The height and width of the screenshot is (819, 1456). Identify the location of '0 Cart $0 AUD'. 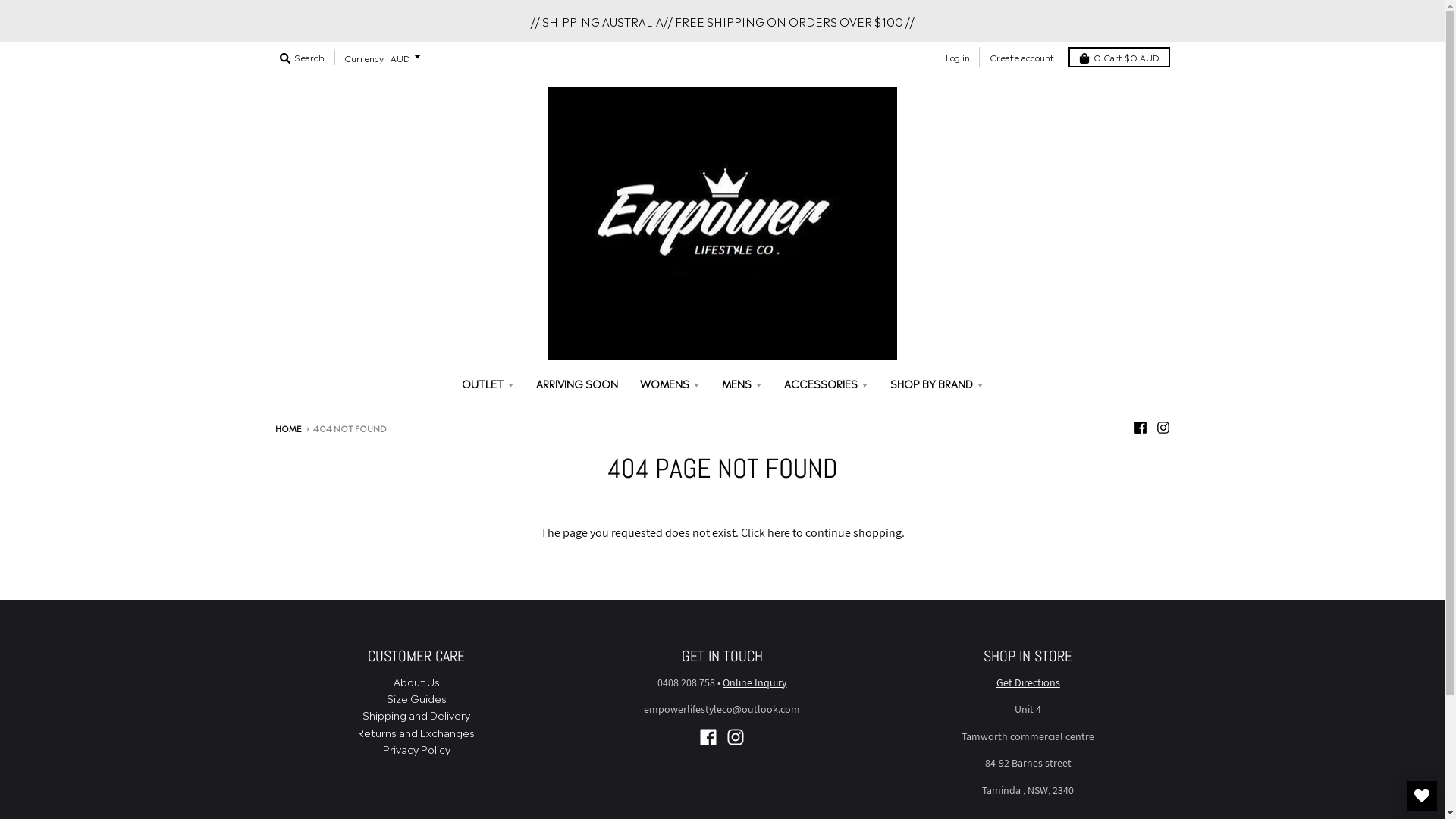
(1118, 56).